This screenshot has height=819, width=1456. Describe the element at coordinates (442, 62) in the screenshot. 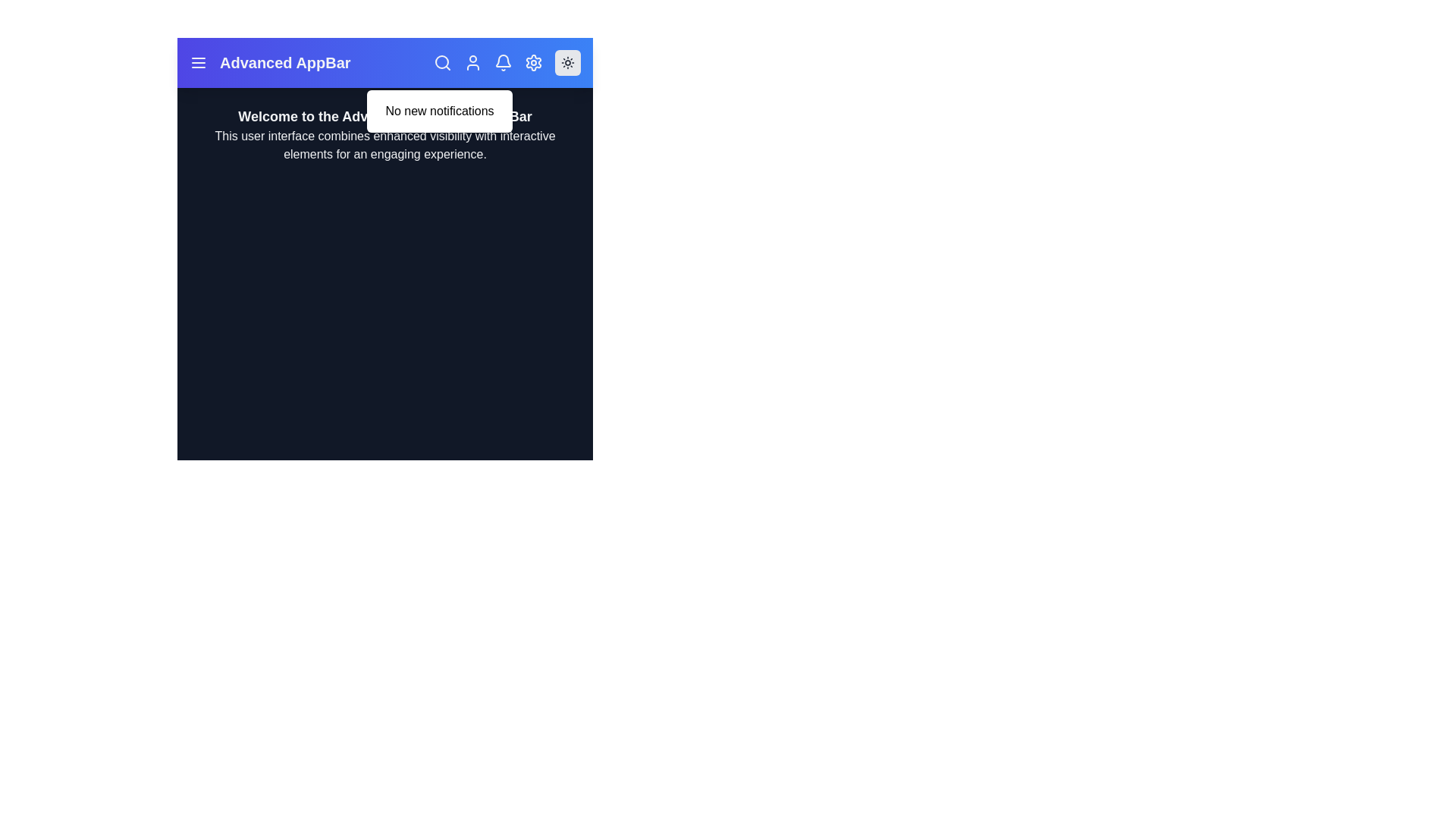

I see `the search icon` at that location.